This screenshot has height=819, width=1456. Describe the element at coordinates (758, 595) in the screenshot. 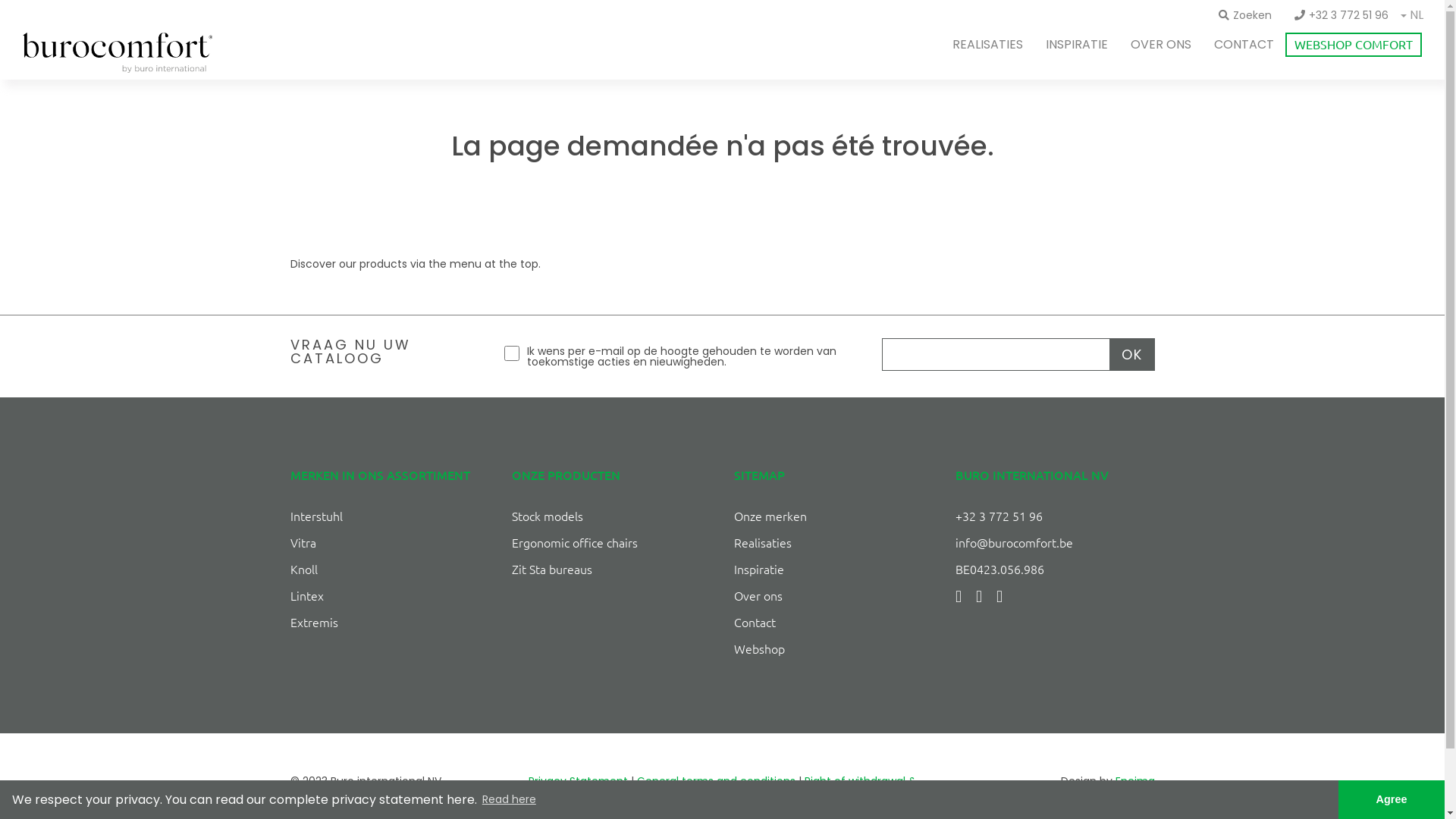

I see `'Over ons'` at that location.